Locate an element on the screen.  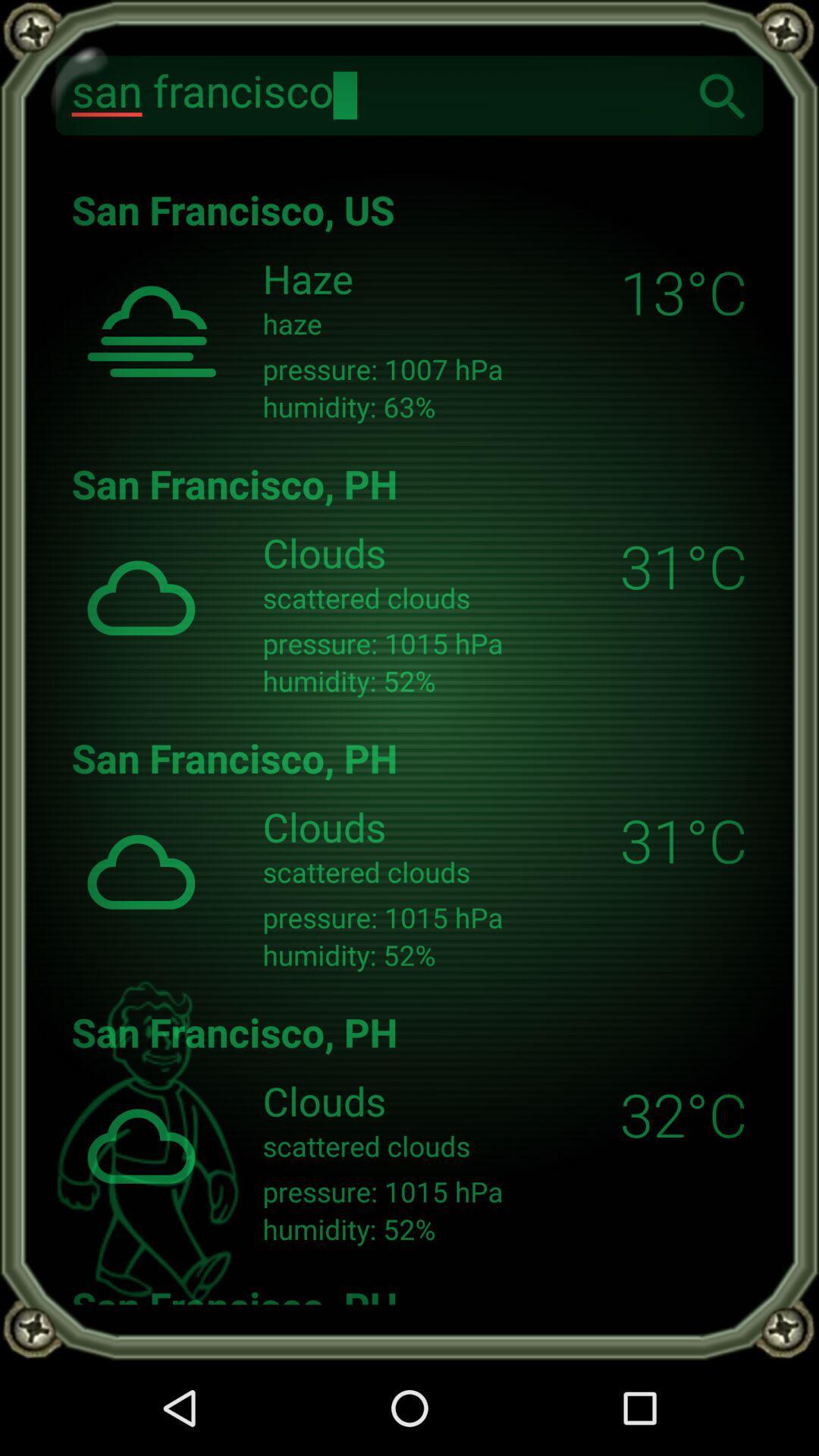
search botton is located at coordinates (722, 94).